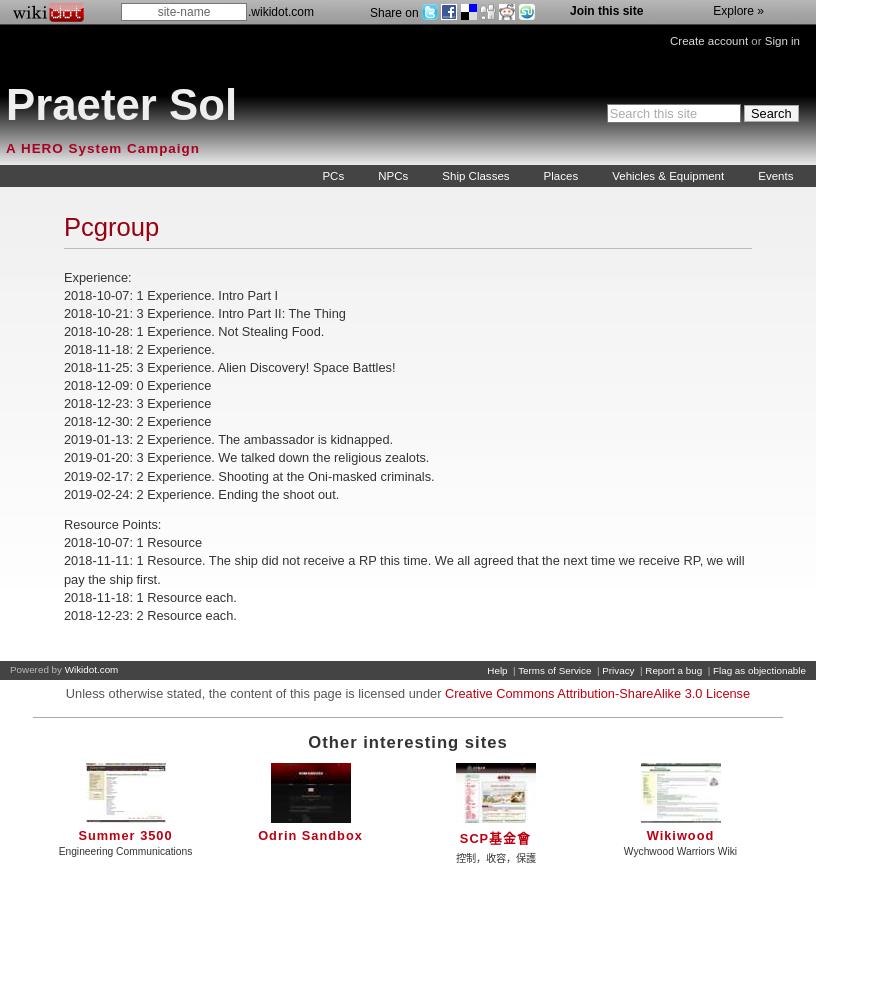 This screenshot has height=1000, width=886. What do you see at coordinates (661, 217) in the screenshot?
I see `'Weapons, Armor, & Gadgets'` at bounding box center [661, 217].